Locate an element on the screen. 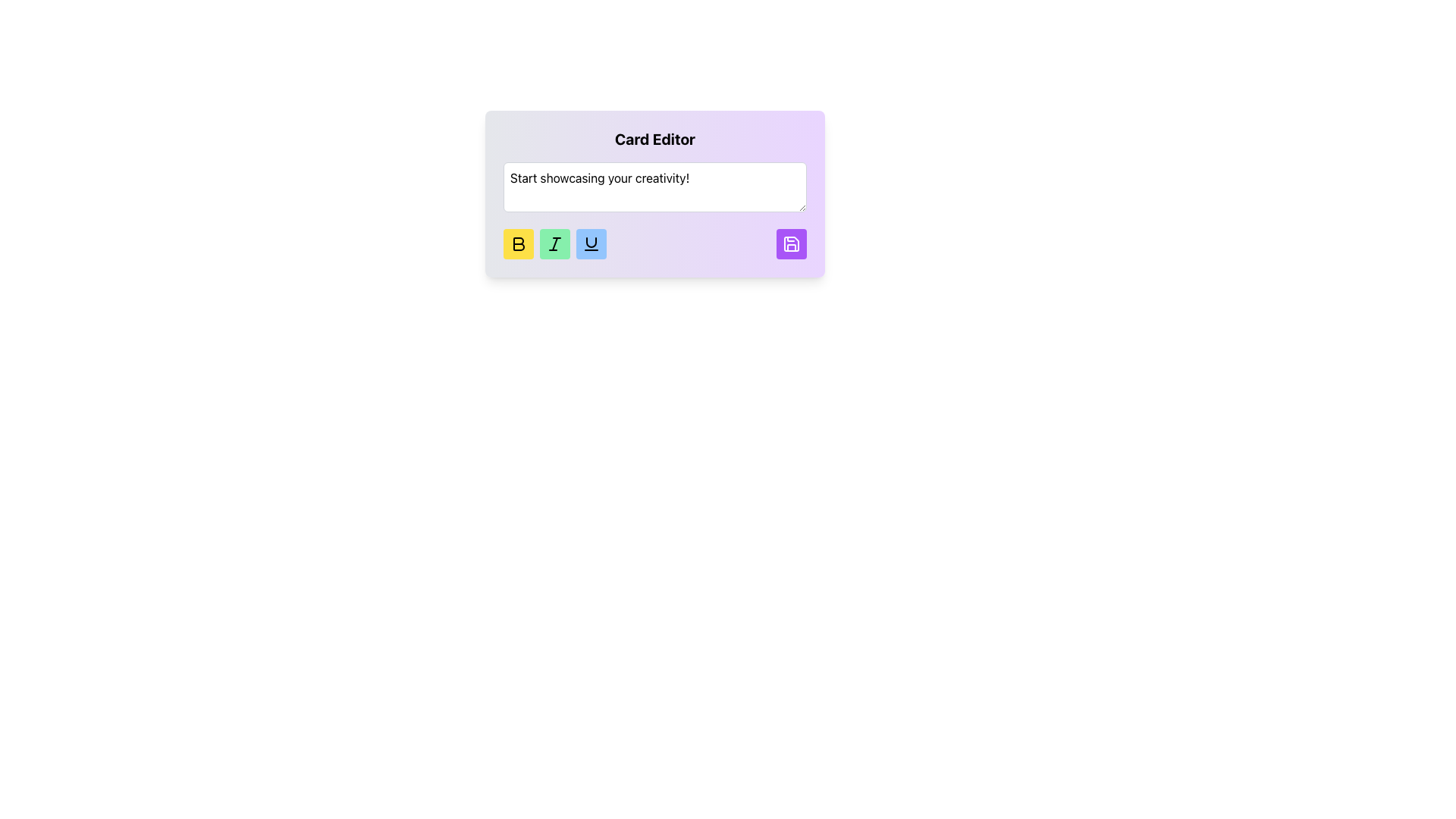  the decorative stroke of the italic formatting icon located in the second position among the toolbar options beneath the input field is located at coordinates (554, 243).